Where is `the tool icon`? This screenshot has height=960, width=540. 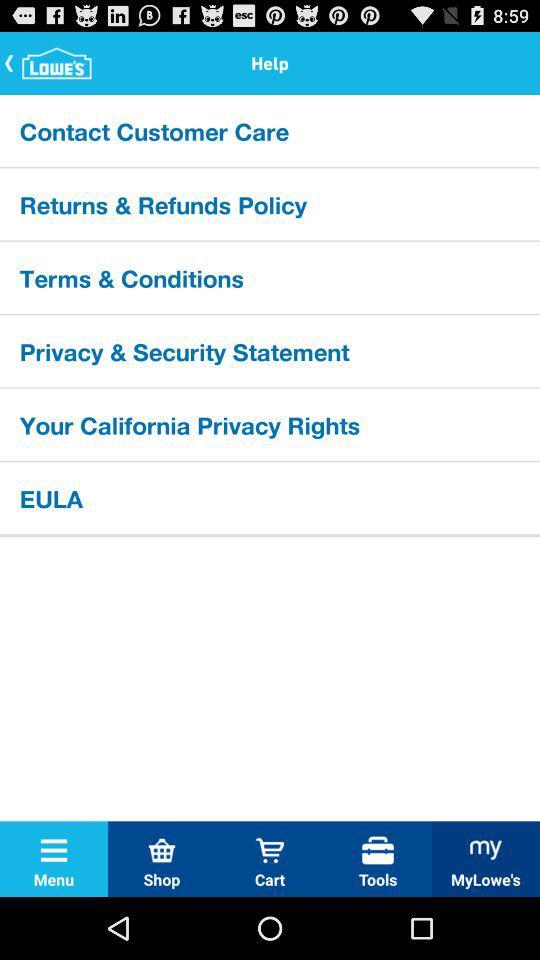
the tool icon is located at coordinates (378, 849).